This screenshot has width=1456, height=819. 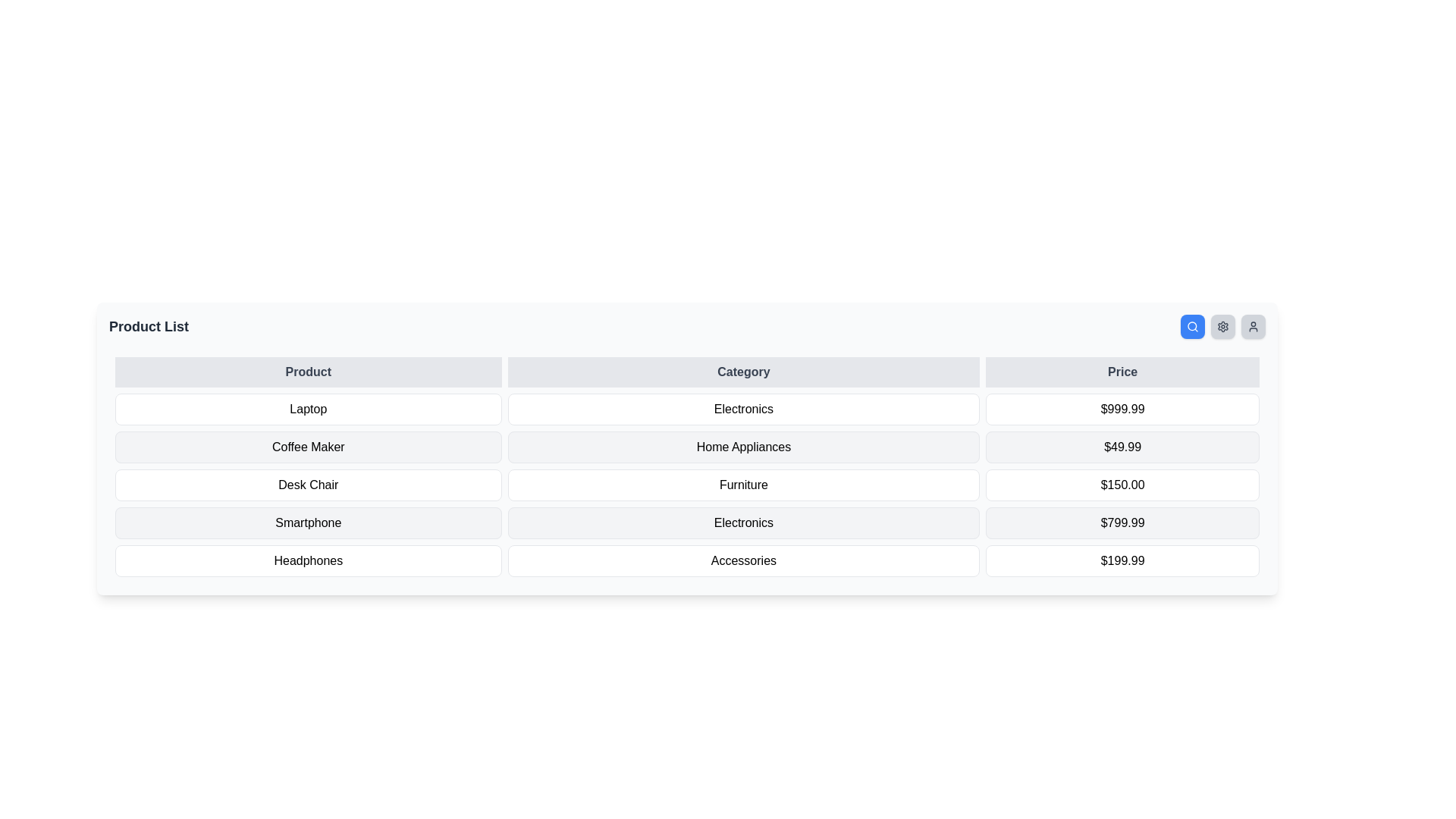 I want to click on the circular lens of the search icon located at the top-right corner of the interface, immediately left of the settings icon, so click(x=1191, y=325).